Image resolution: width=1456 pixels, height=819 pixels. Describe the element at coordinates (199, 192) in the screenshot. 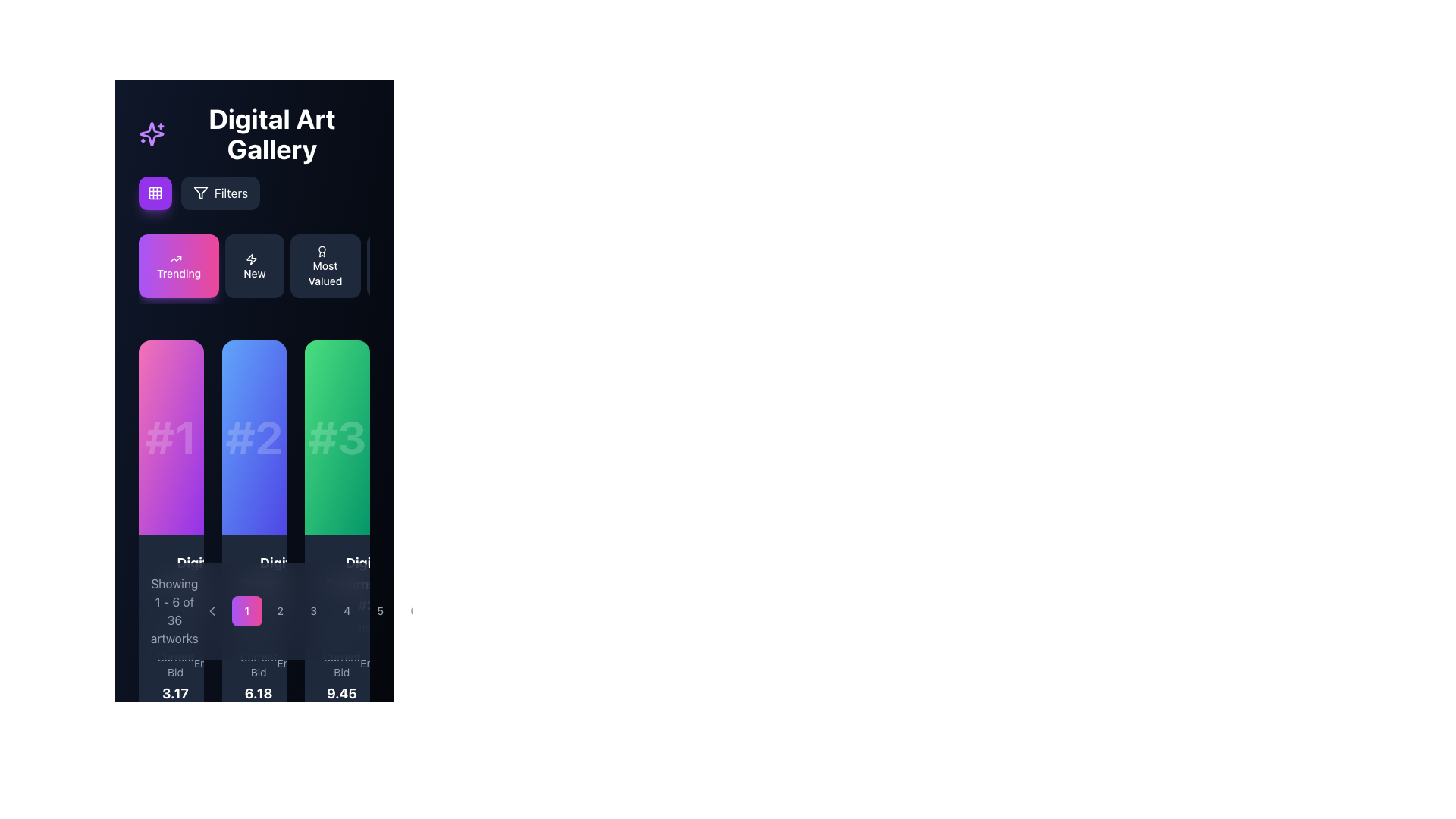

I see `the funnel icon on the 'Filters' button` at that location.